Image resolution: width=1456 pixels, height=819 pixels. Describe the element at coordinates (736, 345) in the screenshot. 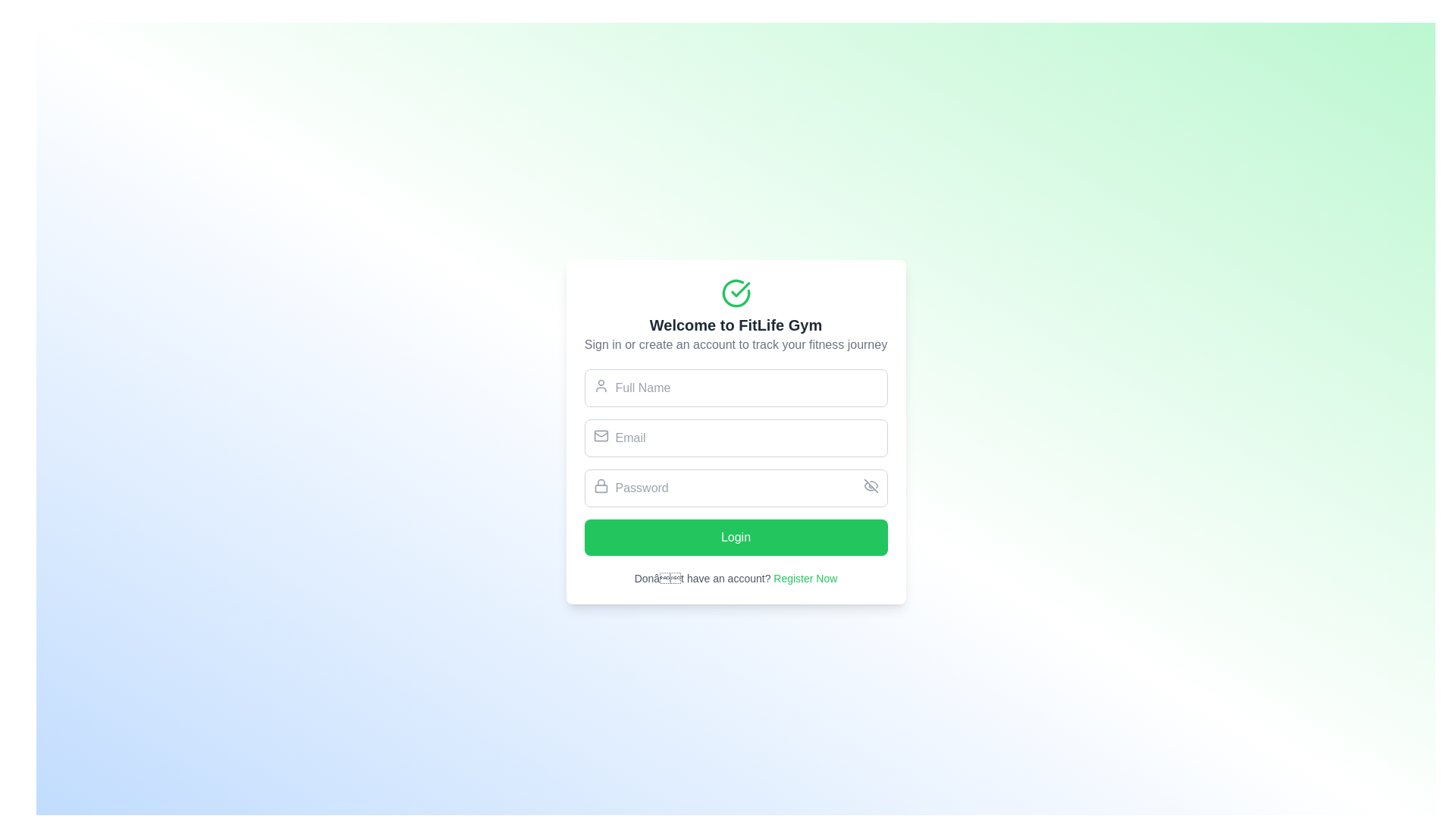

I see `the text element that reads 'Sign in or create an account to track your fitness journey,' which is positioned below the header 'Welcome to FitLife Gym.'` at that location.